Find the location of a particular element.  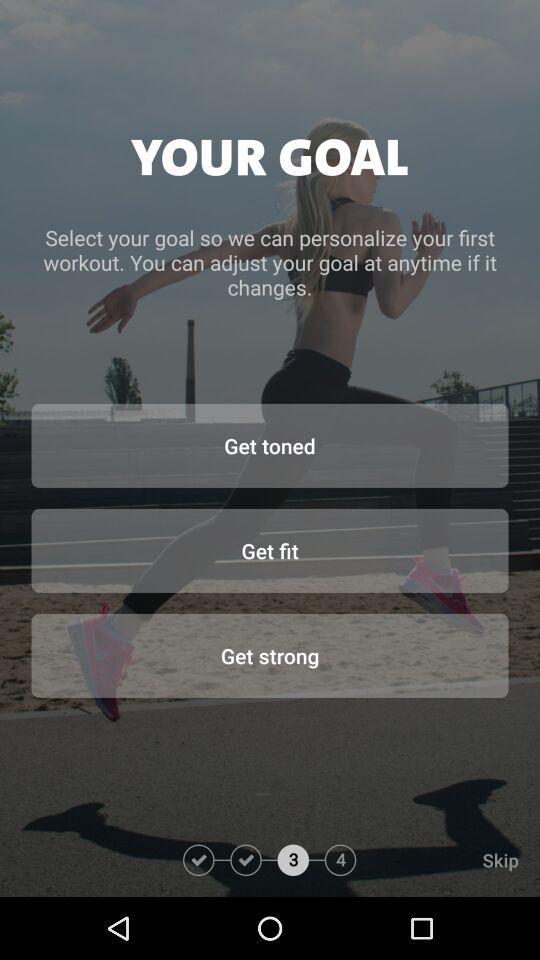

the item below select your goal item is located at coordinates (270, 445).